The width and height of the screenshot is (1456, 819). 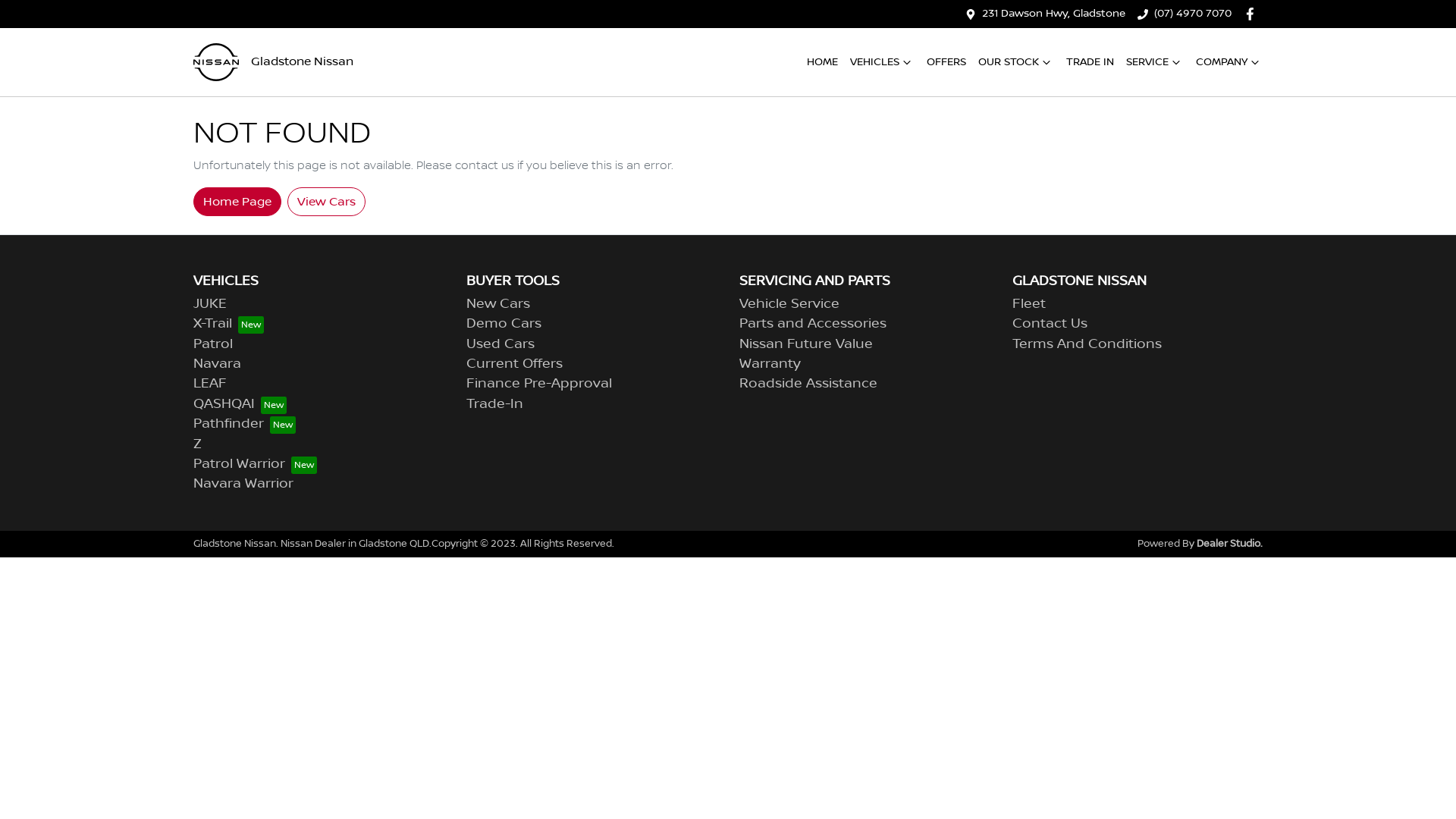 What do you see at coordinates (1049, 323) in the screenshot?
I see `'Contact Us'` at bounding box center [1049, 323].